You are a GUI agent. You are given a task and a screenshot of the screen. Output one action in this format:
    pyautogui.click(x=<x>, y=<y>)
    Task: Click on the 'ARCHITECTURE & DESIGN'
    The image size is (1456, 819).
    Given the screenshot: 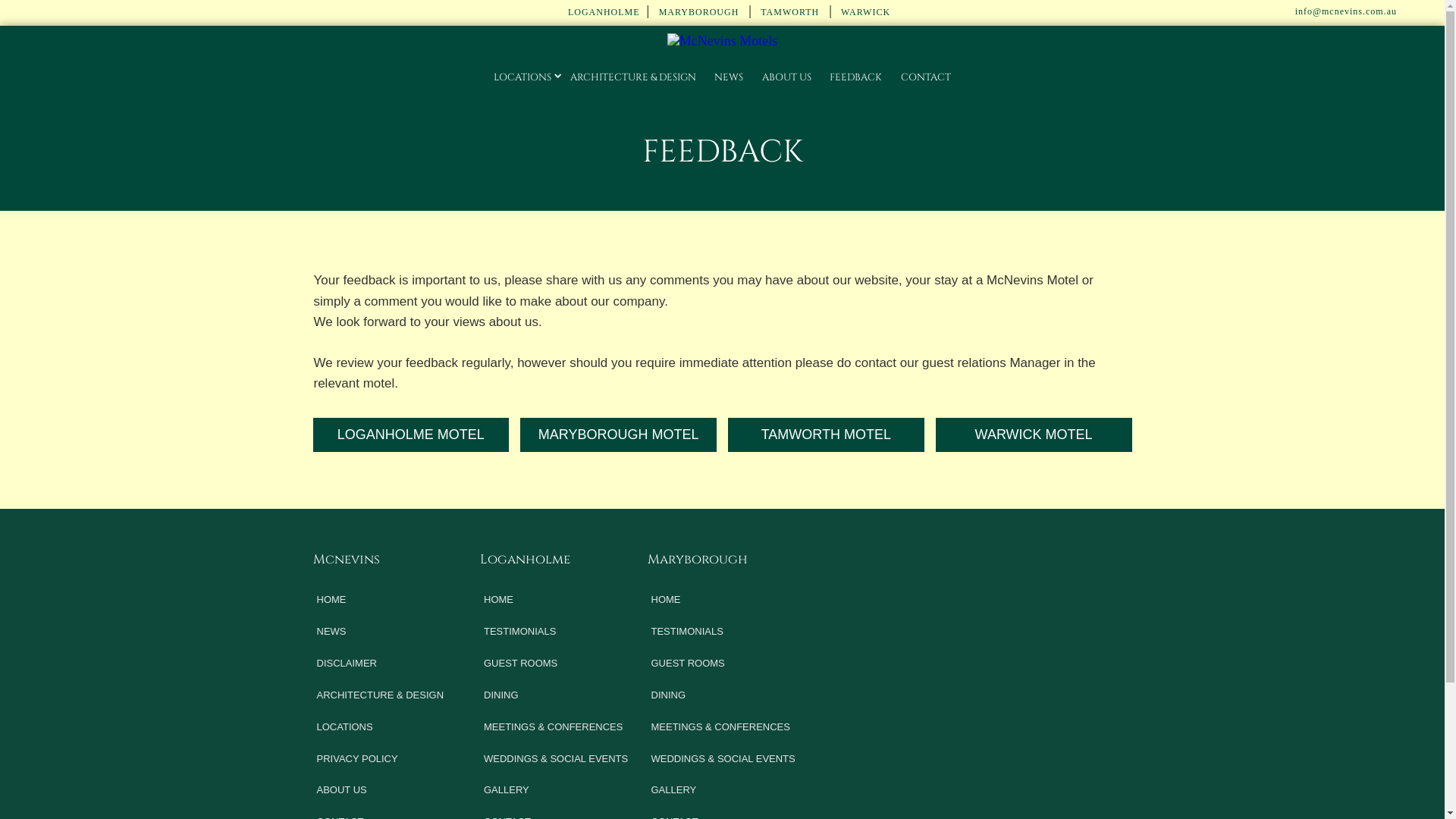 What is the action you would take?
    pyautogui.click(x=633, y=77)
    